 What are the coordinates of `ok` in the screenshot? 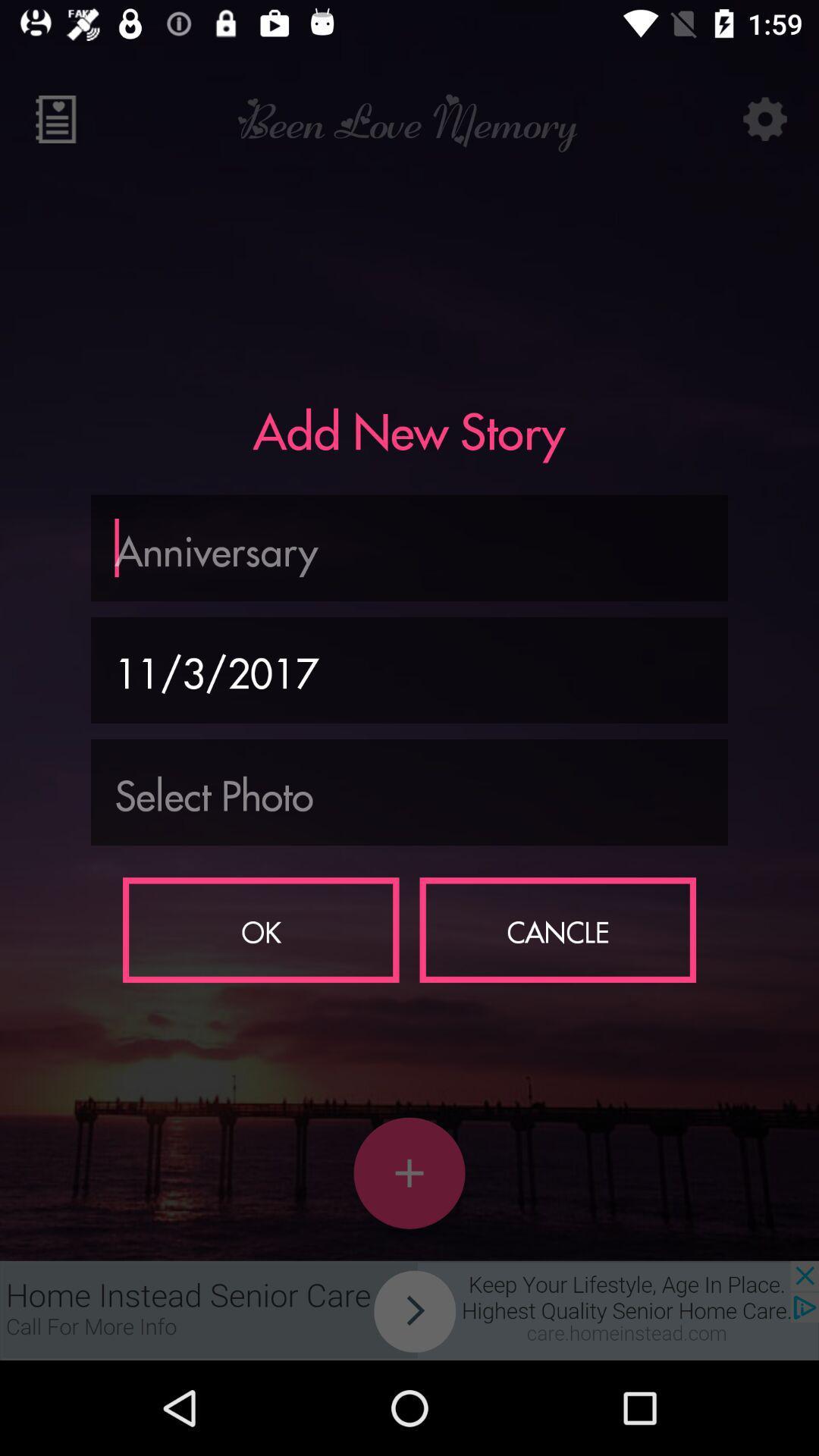 It's located at (260, 929).